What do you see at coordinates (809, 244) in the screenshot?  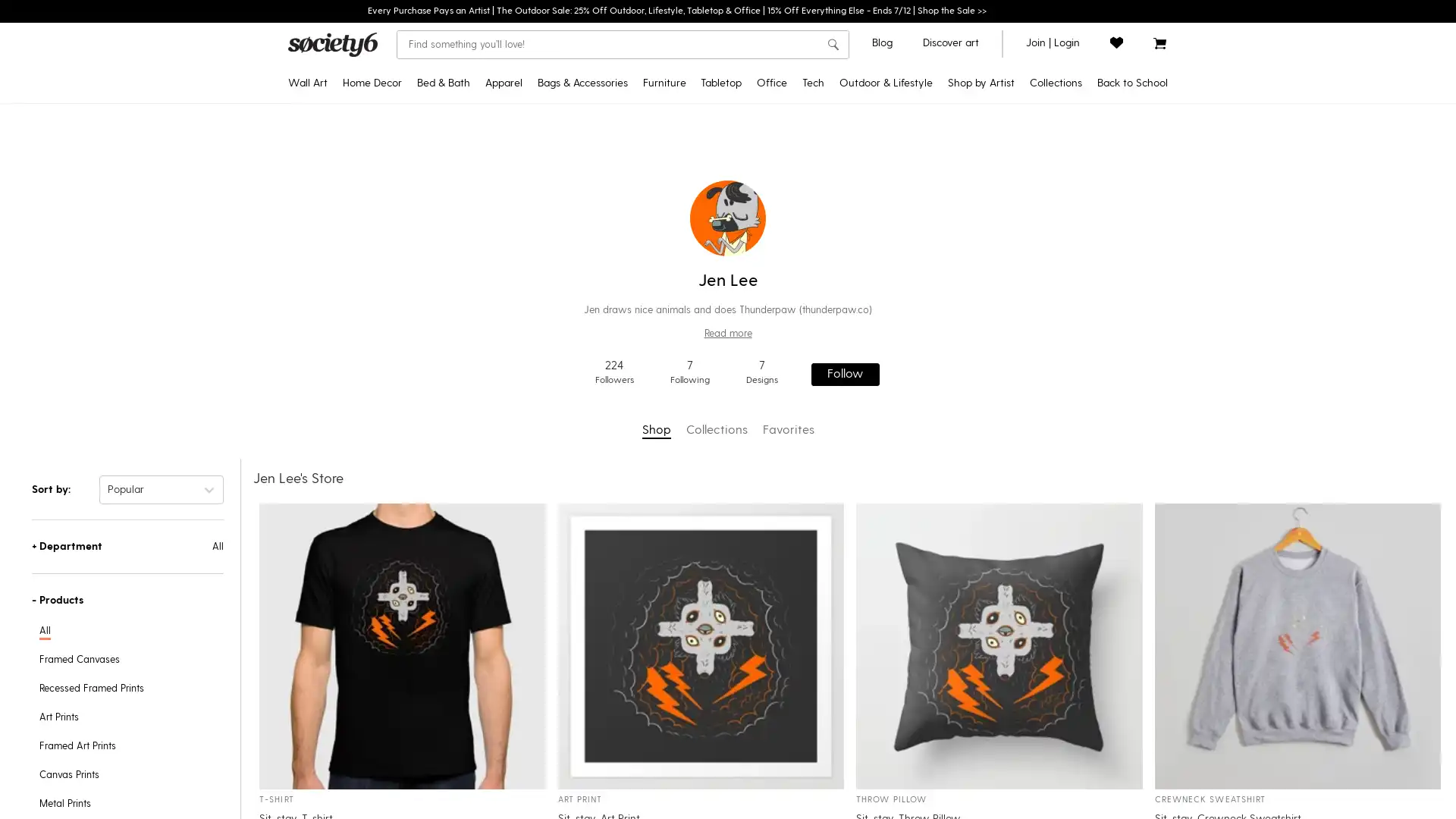 I see `Acrylic Boxes` at bounding box center [809, 244].